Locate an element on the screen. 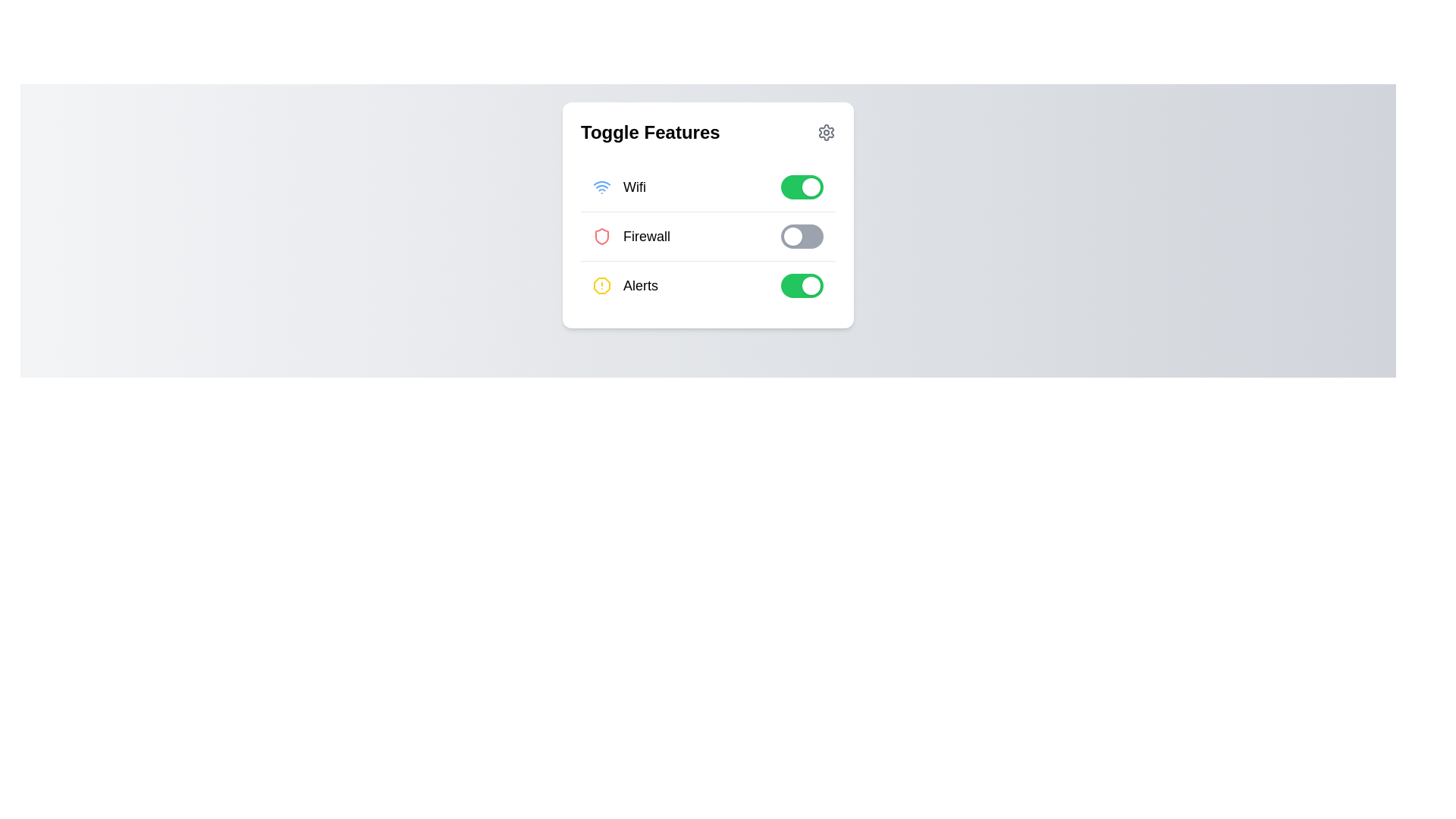 The image size is (1456, 819). the circular toggle indicator located on the far right side of the active green toggle switch for the 'Wifi' setting to determine its current state is located at coordinates (811, 186).